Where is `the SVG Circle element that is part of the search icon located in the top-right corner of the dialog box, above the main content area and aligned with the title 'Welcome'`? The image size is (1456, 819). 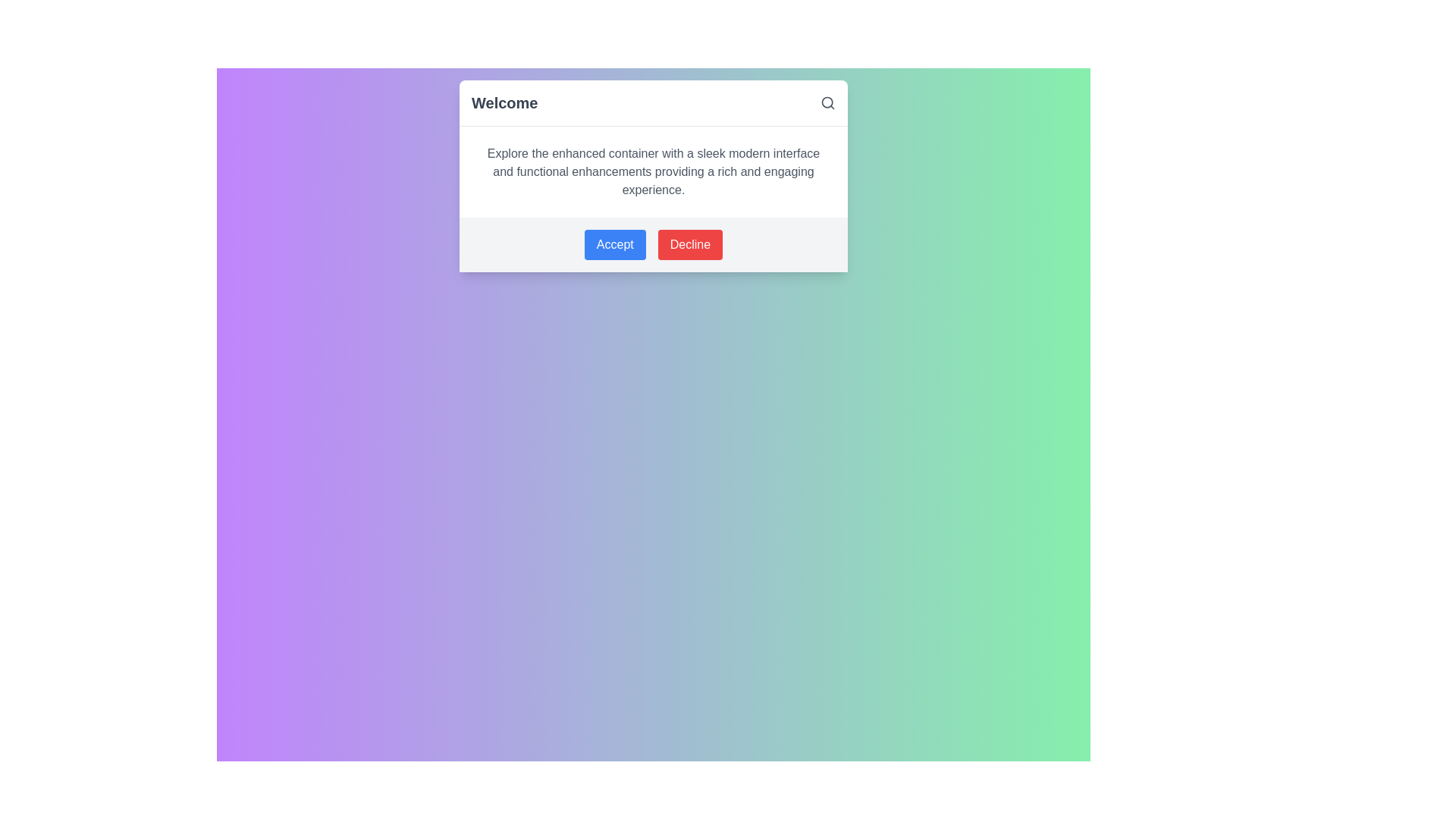 the SVG Circle element that is part of the search icon located in the top-right corner of the dialog box, above the main content area and aligned with the title 'Welcome' is located at coordinates (827, 102).